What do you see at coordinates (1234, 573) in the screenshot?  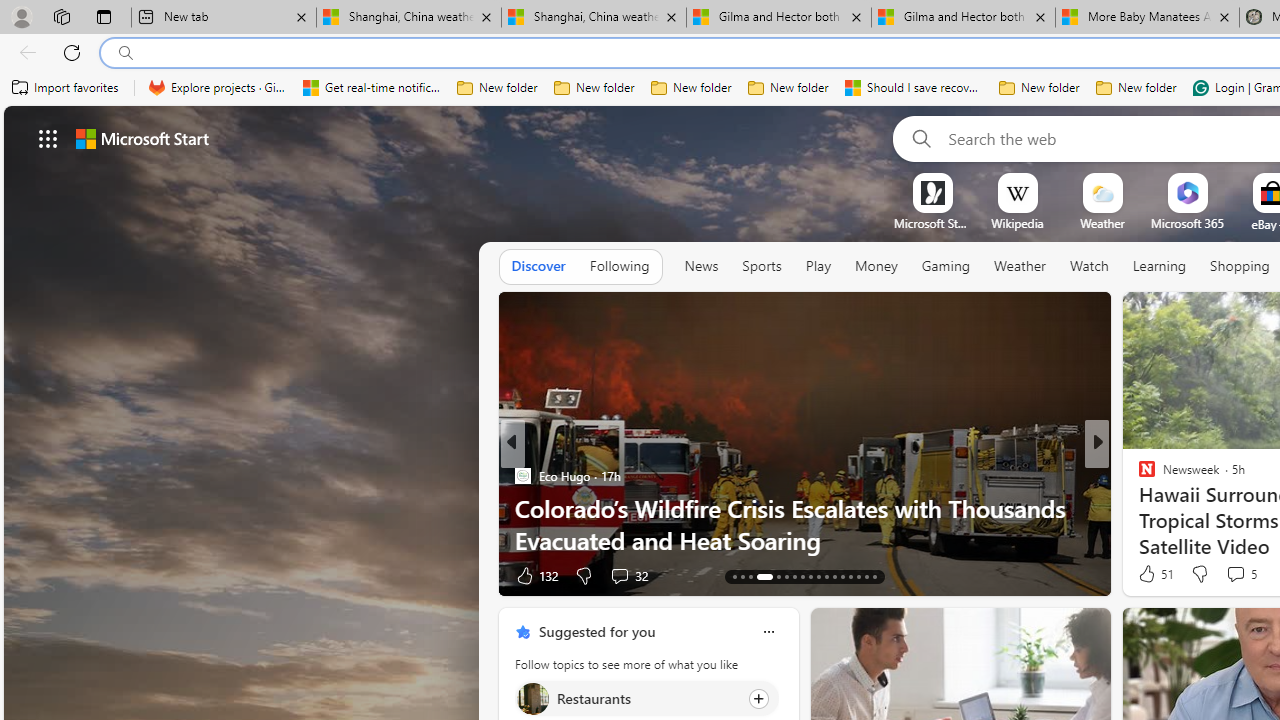 I see `'View comments 5 Comment'` at bounding box center [1234, 573].